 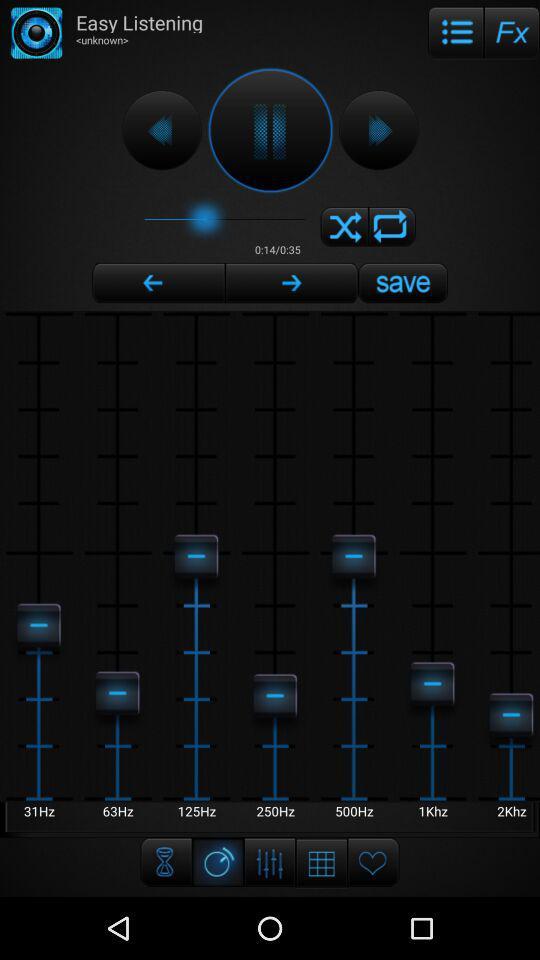 I want to click on the item below the 0 15 0 icon, so click(x=290, y=282).